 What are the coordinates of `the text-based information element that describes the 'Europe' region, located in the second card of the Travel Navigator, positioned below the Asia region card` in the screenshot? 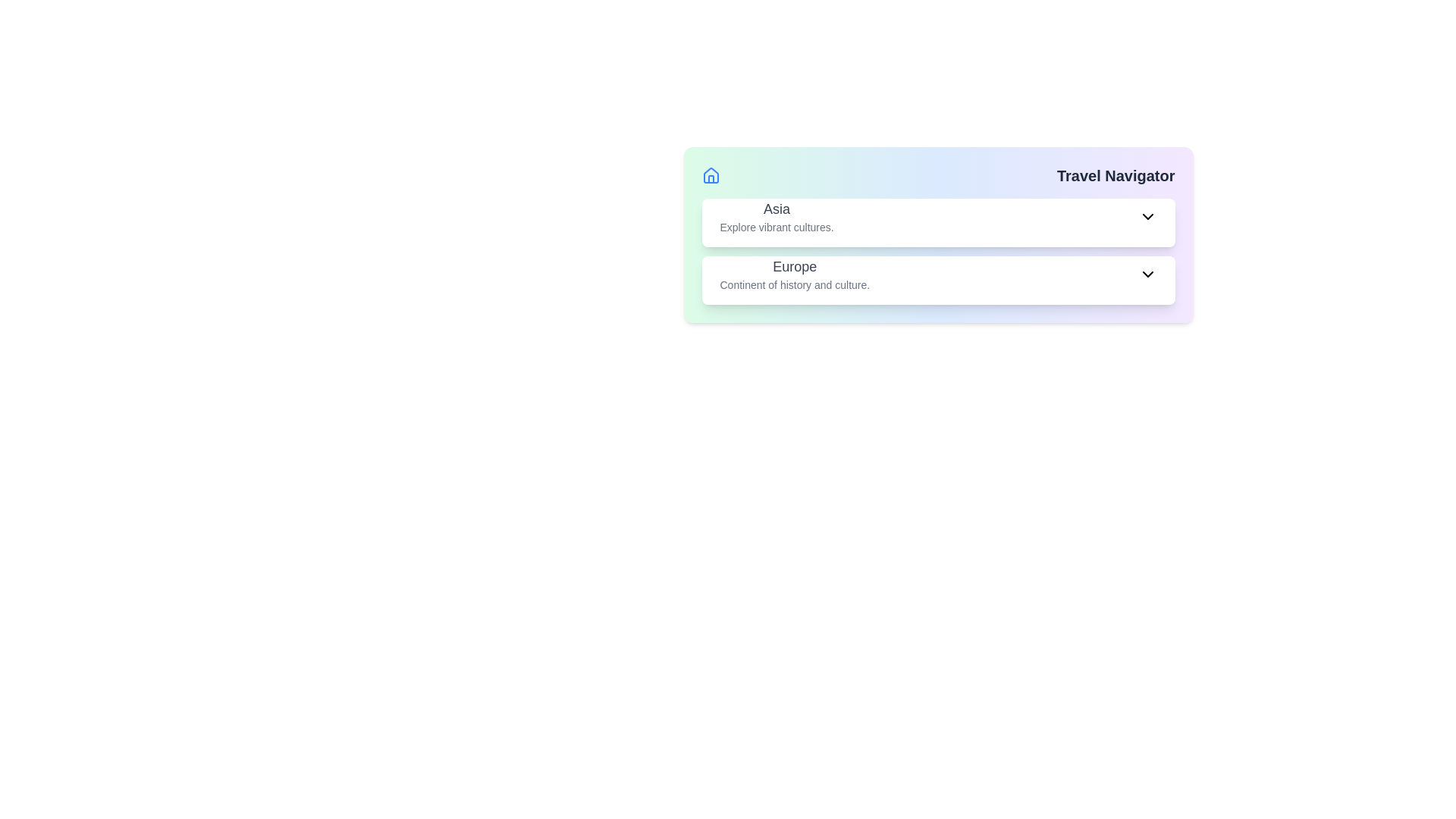 It's located at (794, 275).